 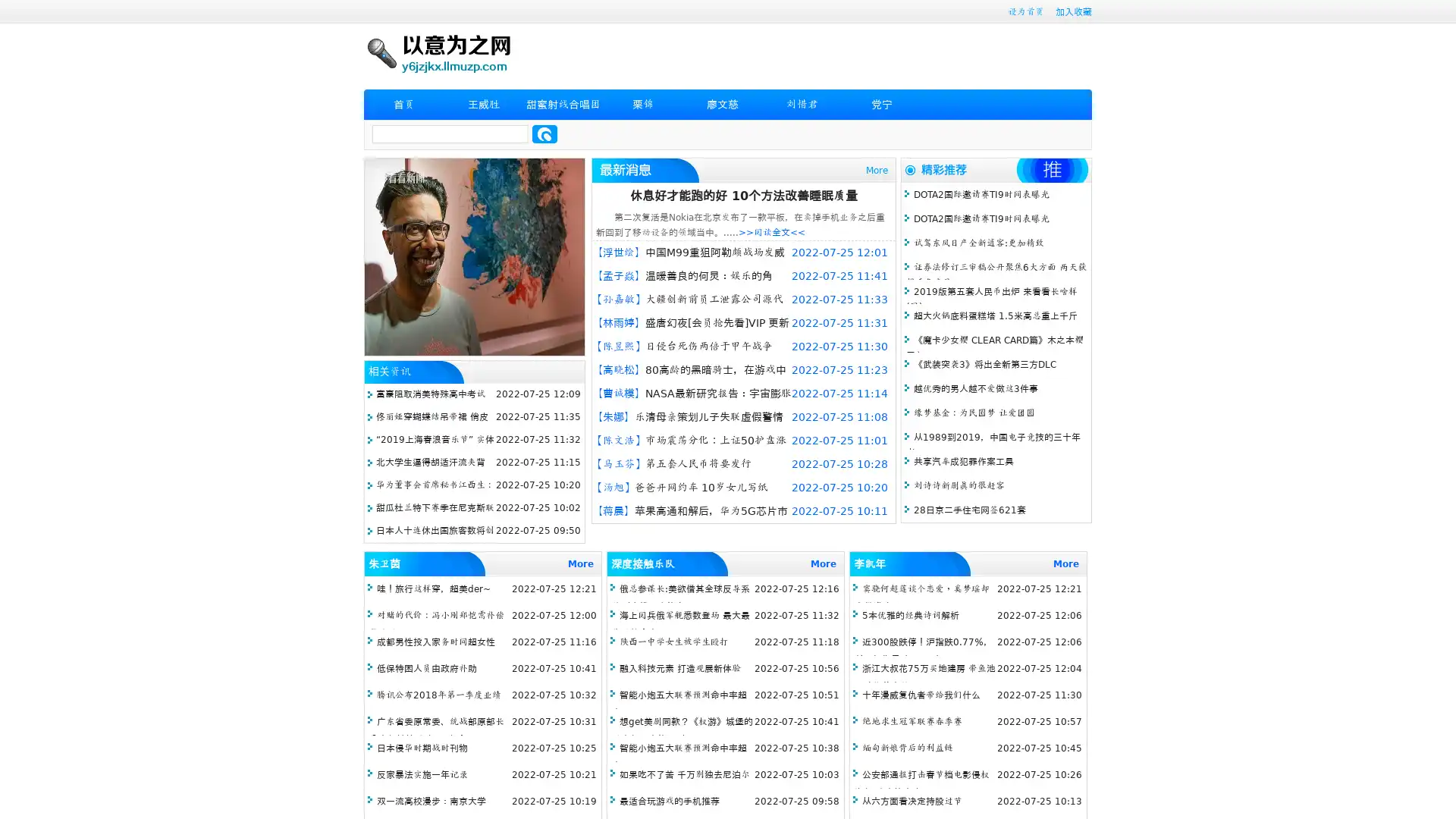 What do you see at coordinates (544, 133) in the screenshot?
I see `Search` at bounding box center [544, 133].